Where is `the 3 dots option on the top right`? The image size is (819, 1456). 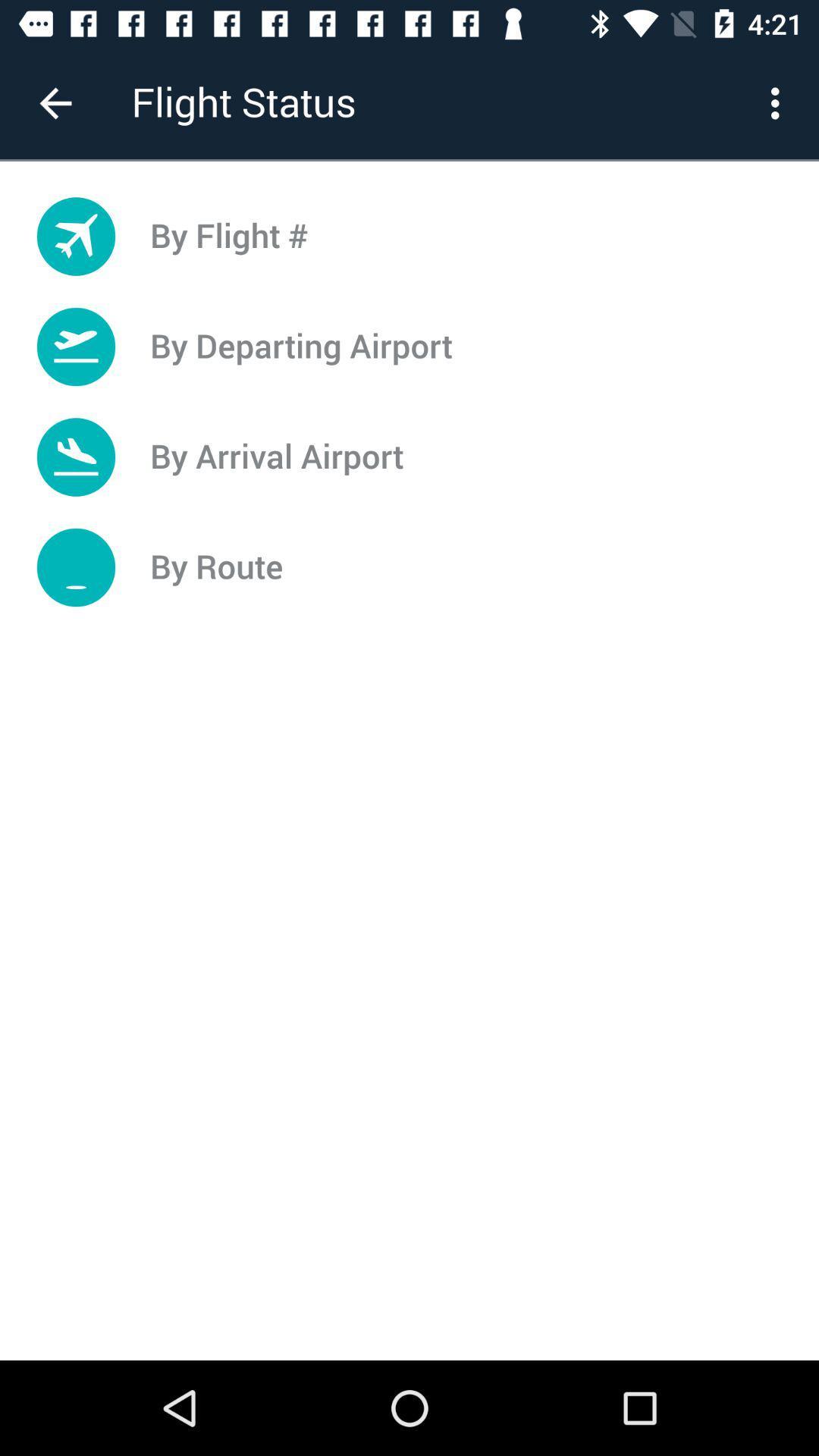 the 3 dots option on the top right is located at coordinates (779, 103).